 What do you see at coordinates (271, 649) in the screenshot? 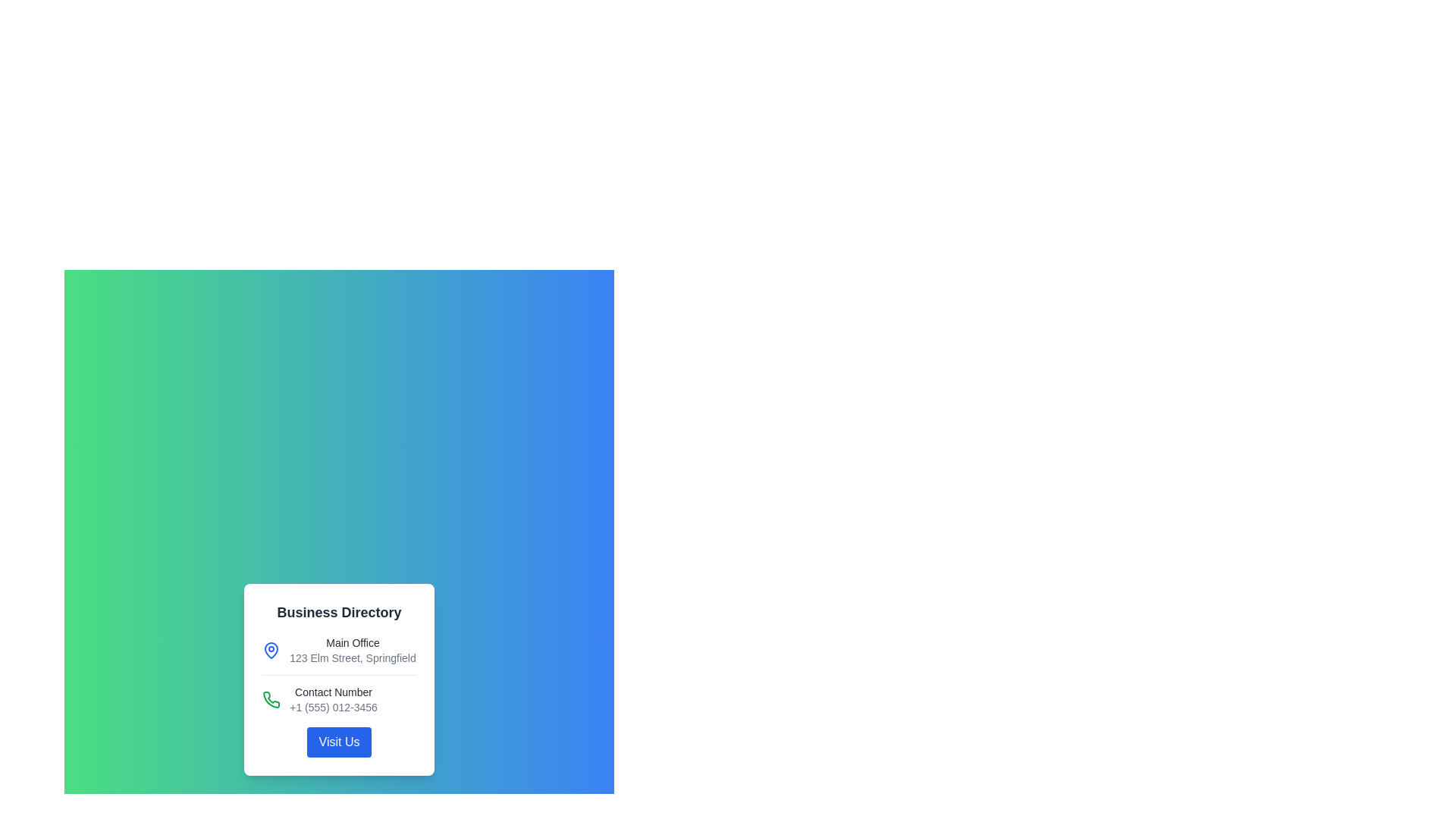
I see `the blue map pin icon resembling a location marker located to the left of the text 'Main Office' within the 'Business Directory' card` at bounding box center [271, 649].